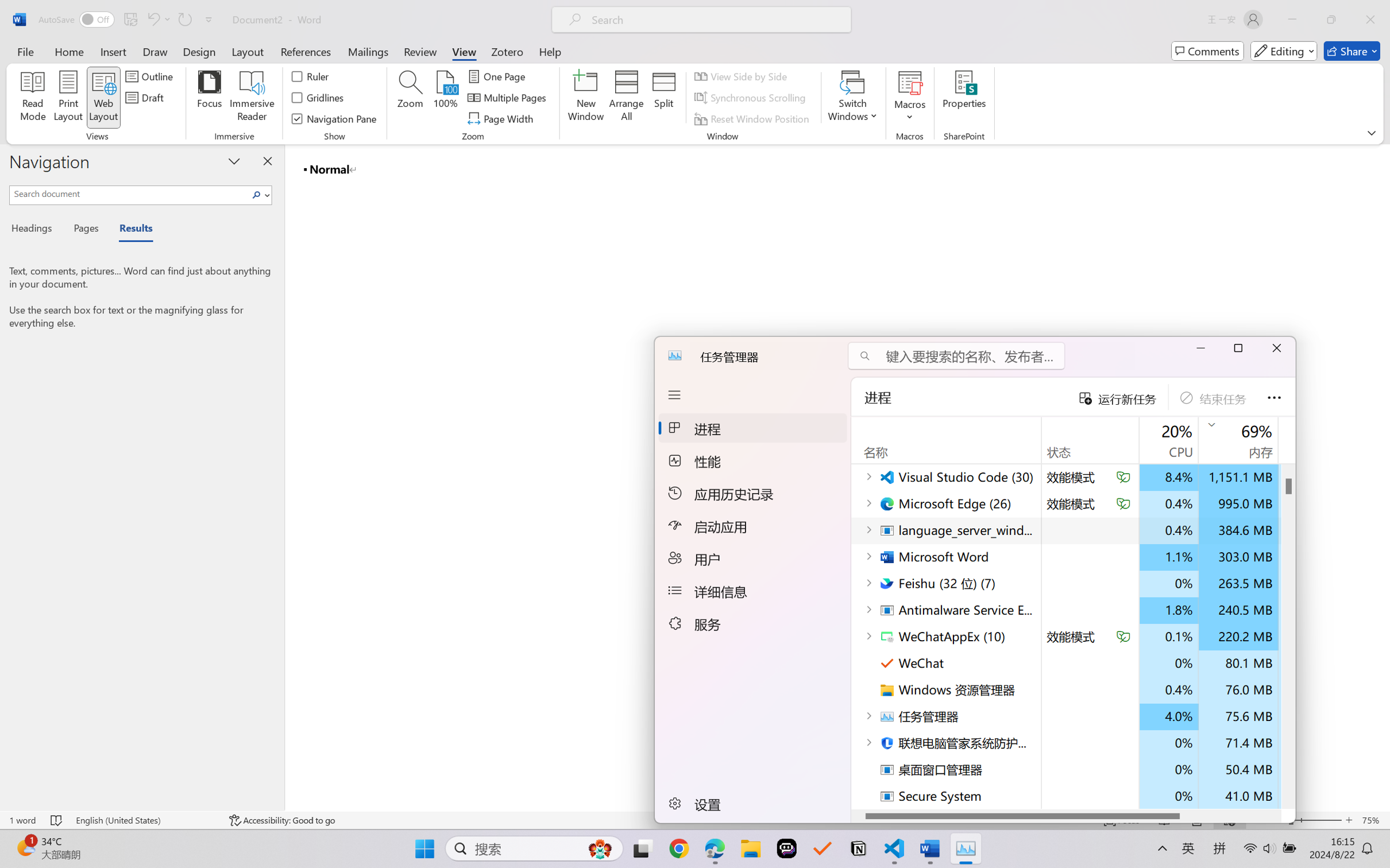 The width and height of the screenshot is (1390, 868). I want to click on 'Class: NetUIScrollBar', so click(1383, 477).